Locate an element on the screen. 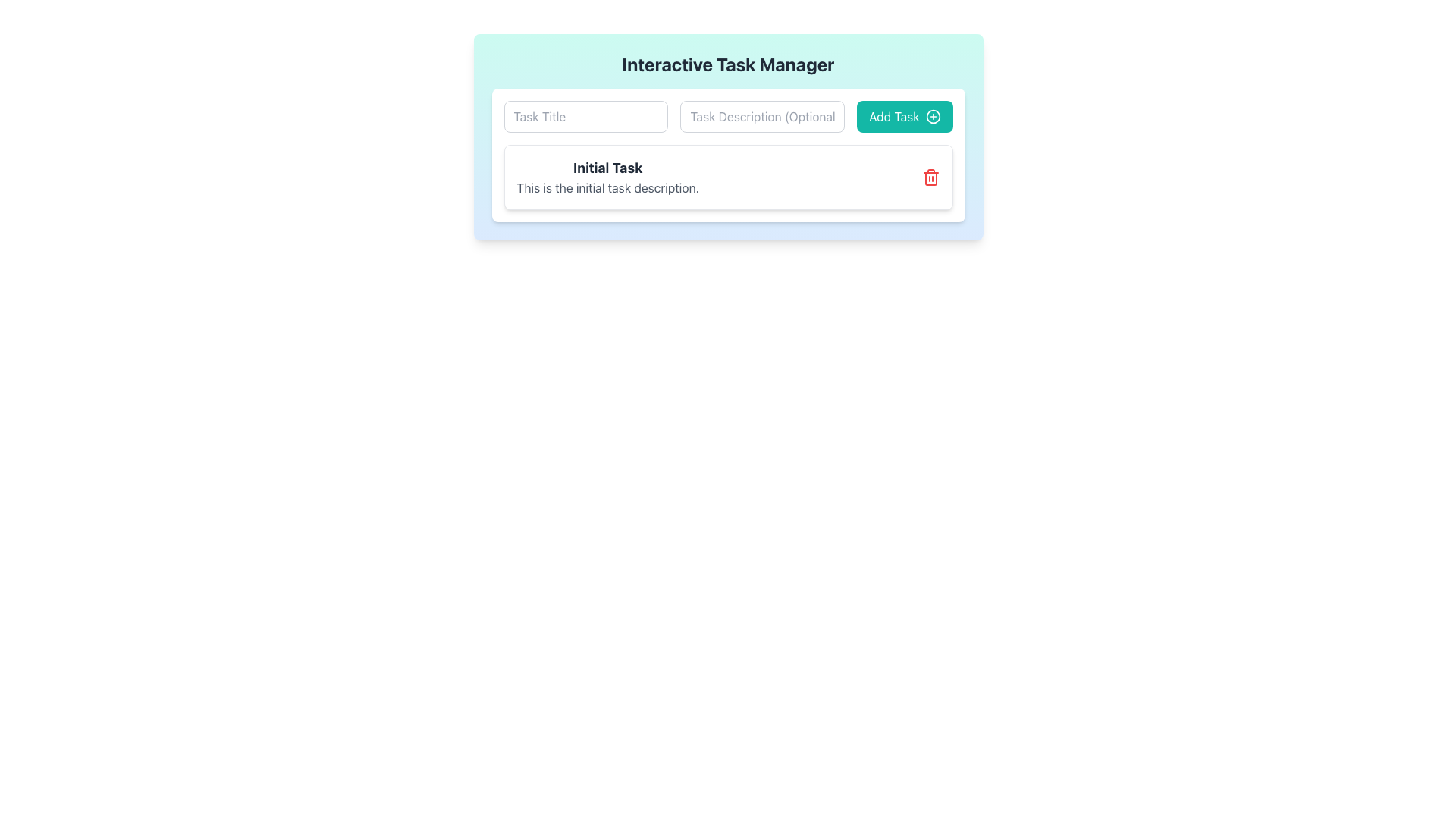 This screenshot has width=1456, height=819. the Text Block that displays the task information, which includes the title 'Initial Task' and its description is located at coordinates (607, 177).